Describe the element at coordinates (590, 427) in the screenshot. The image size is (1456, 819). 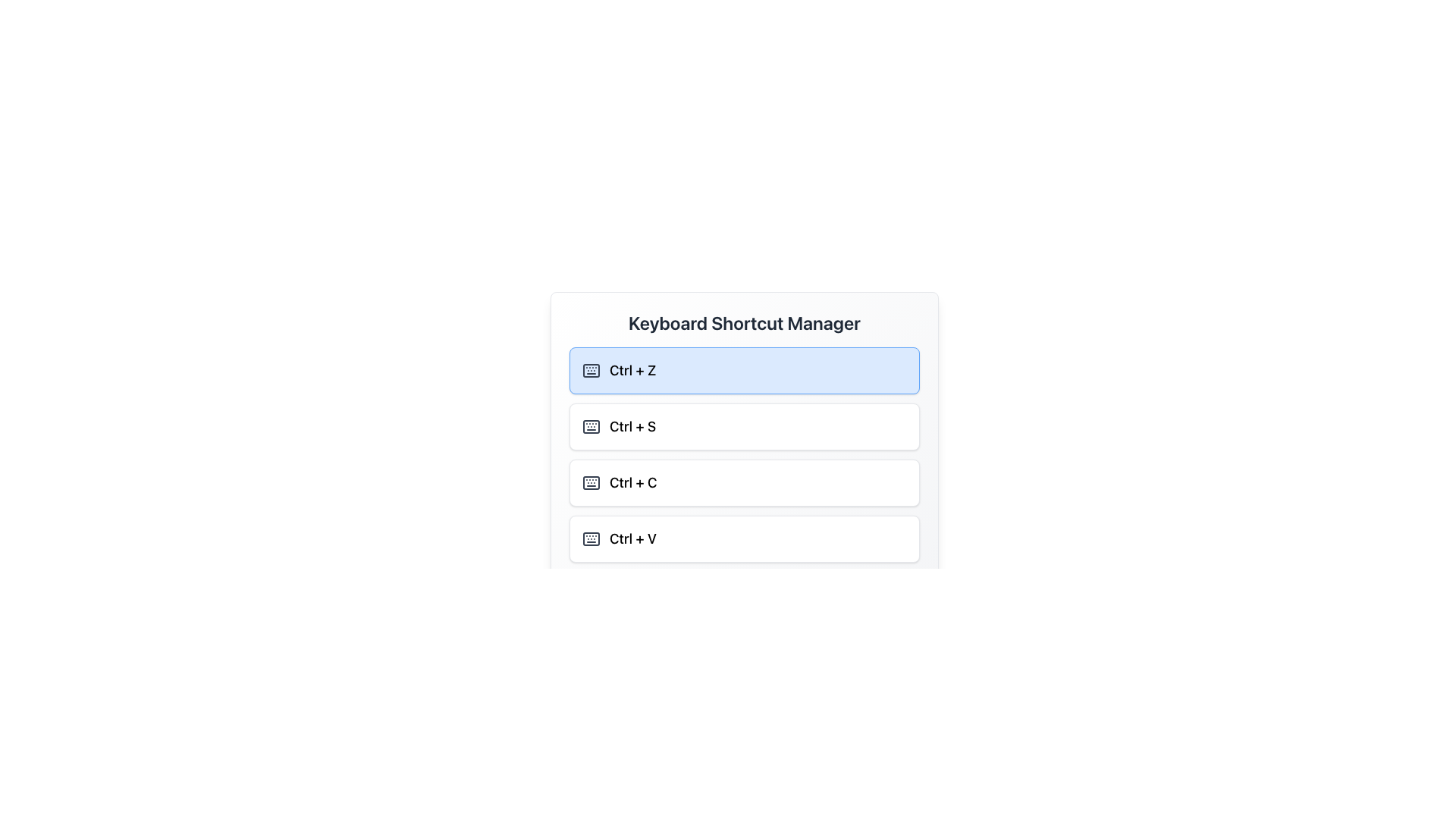
I see `the rectangular graphical shape resembling the body of a keyboard icon, located within the 'Keyboard' icon in the second item of the listed control shortcuts` at that location.